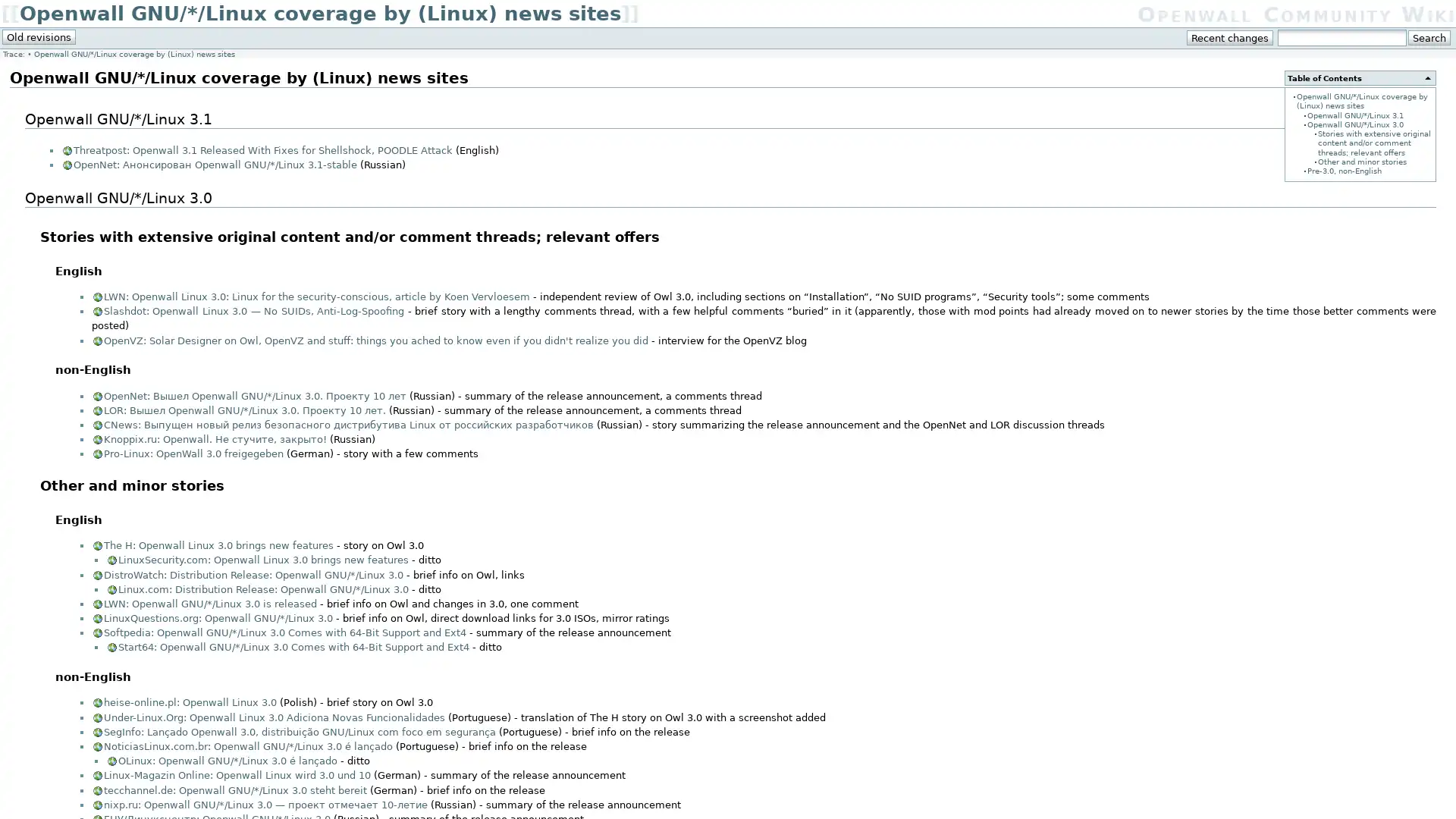  I want to click on Search, so click(1428, 37).